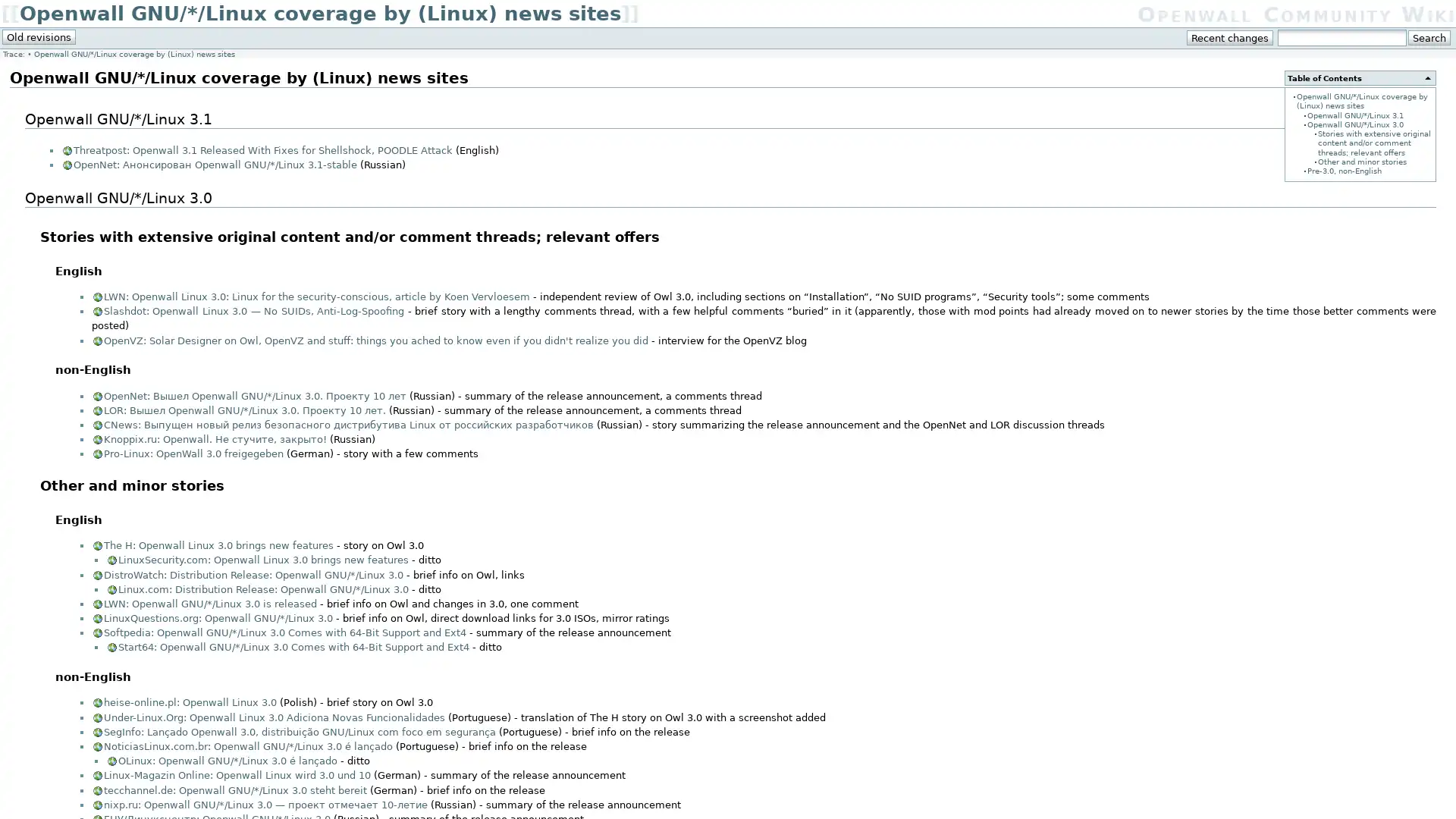  I want to click on Search, so click(1428, 37).